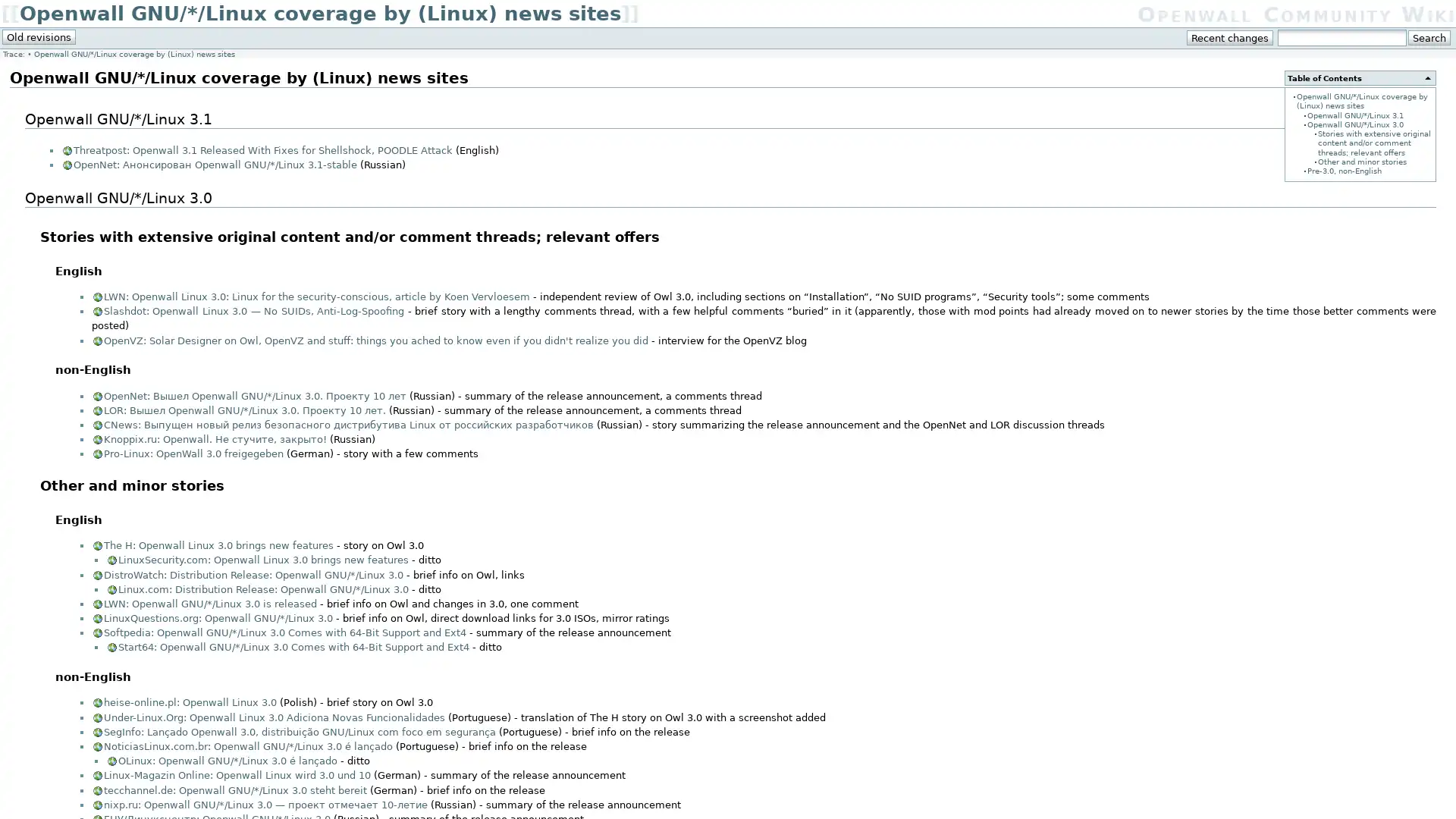  I want to click on Search, so click(1428, 37).